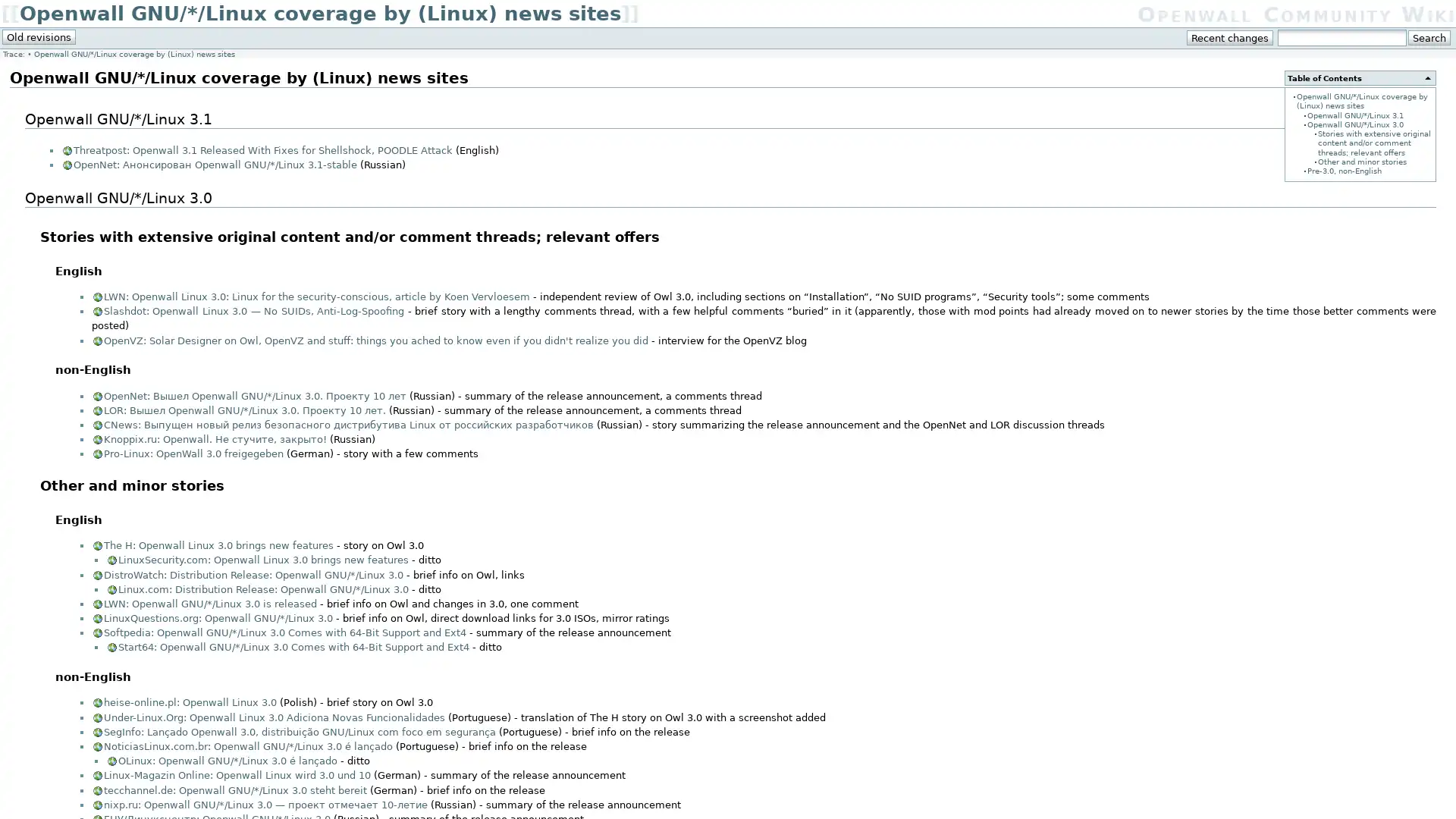  I want to click on Search, so click(1428, 37).